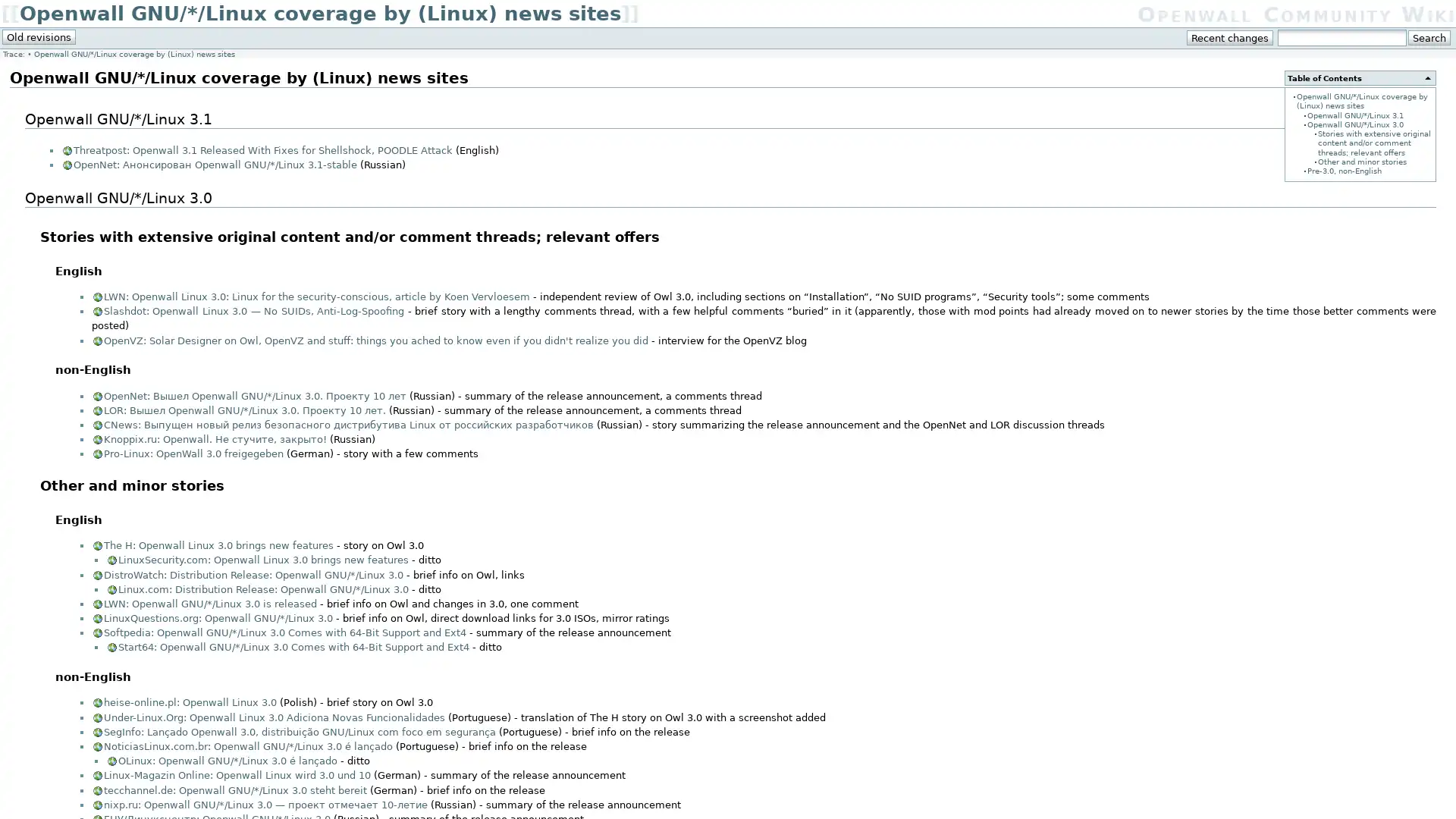  I want to click on Search, so click(1428, 37).